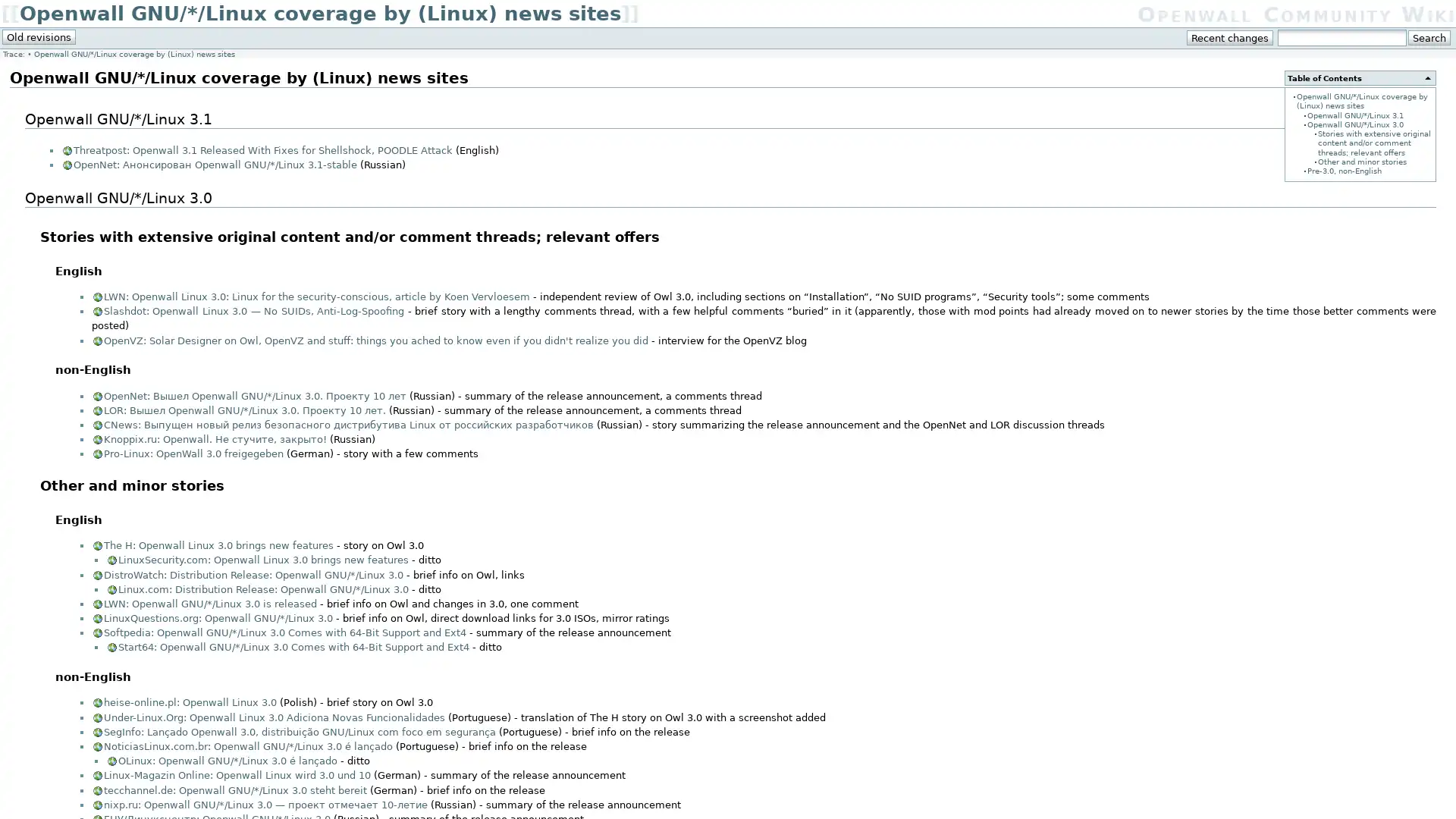  I want to click on Search, so click(1428, 37).